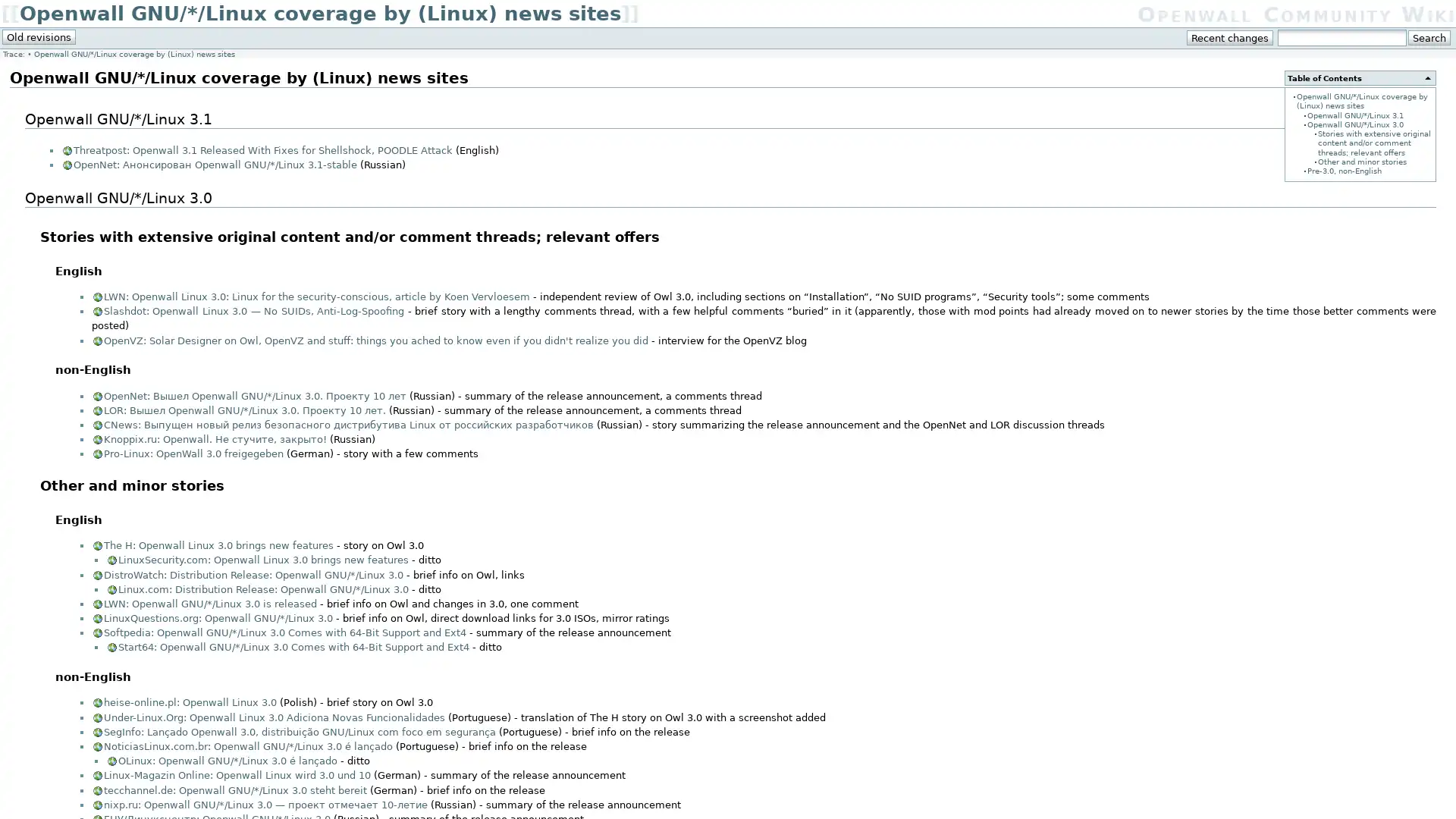  I want to click on Search, so click(1428, 37).